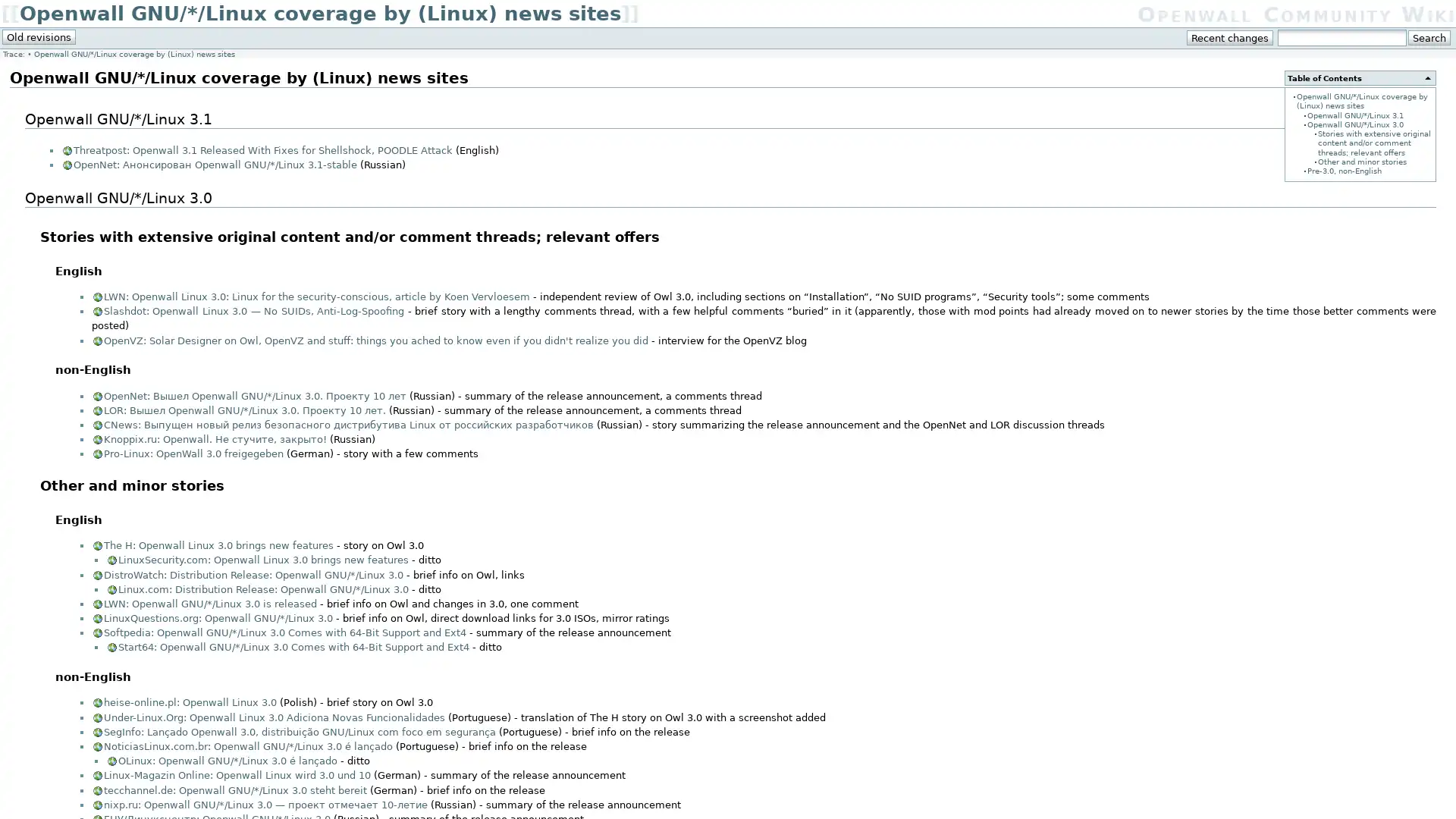  I want to click on Search, so click(1428, 37).